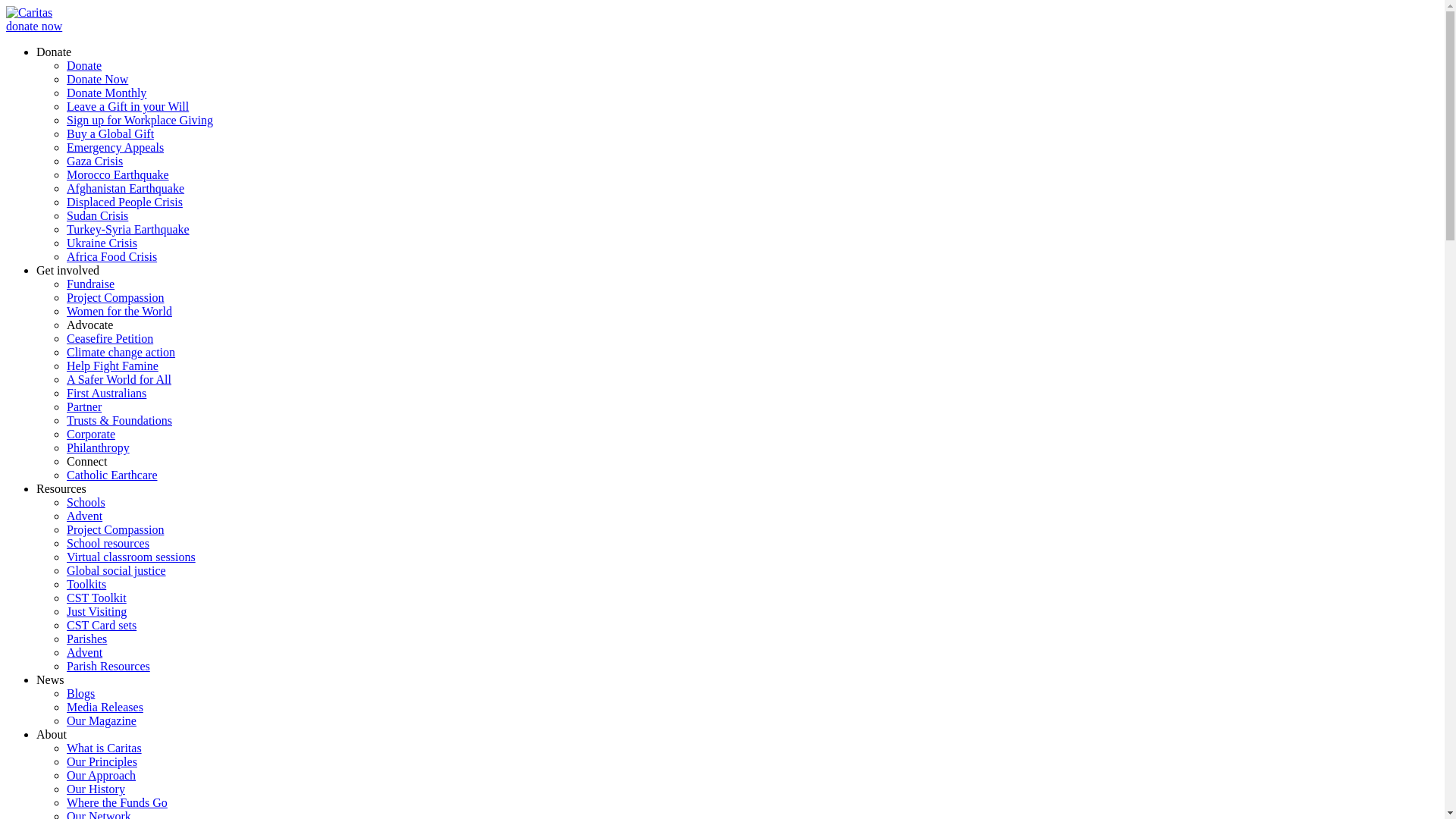 The image size is (1456, 819). What do you see at coordinates (118, 310) in the screenshot?
I see `'Women for the World'` at bounding box center [118, 310].